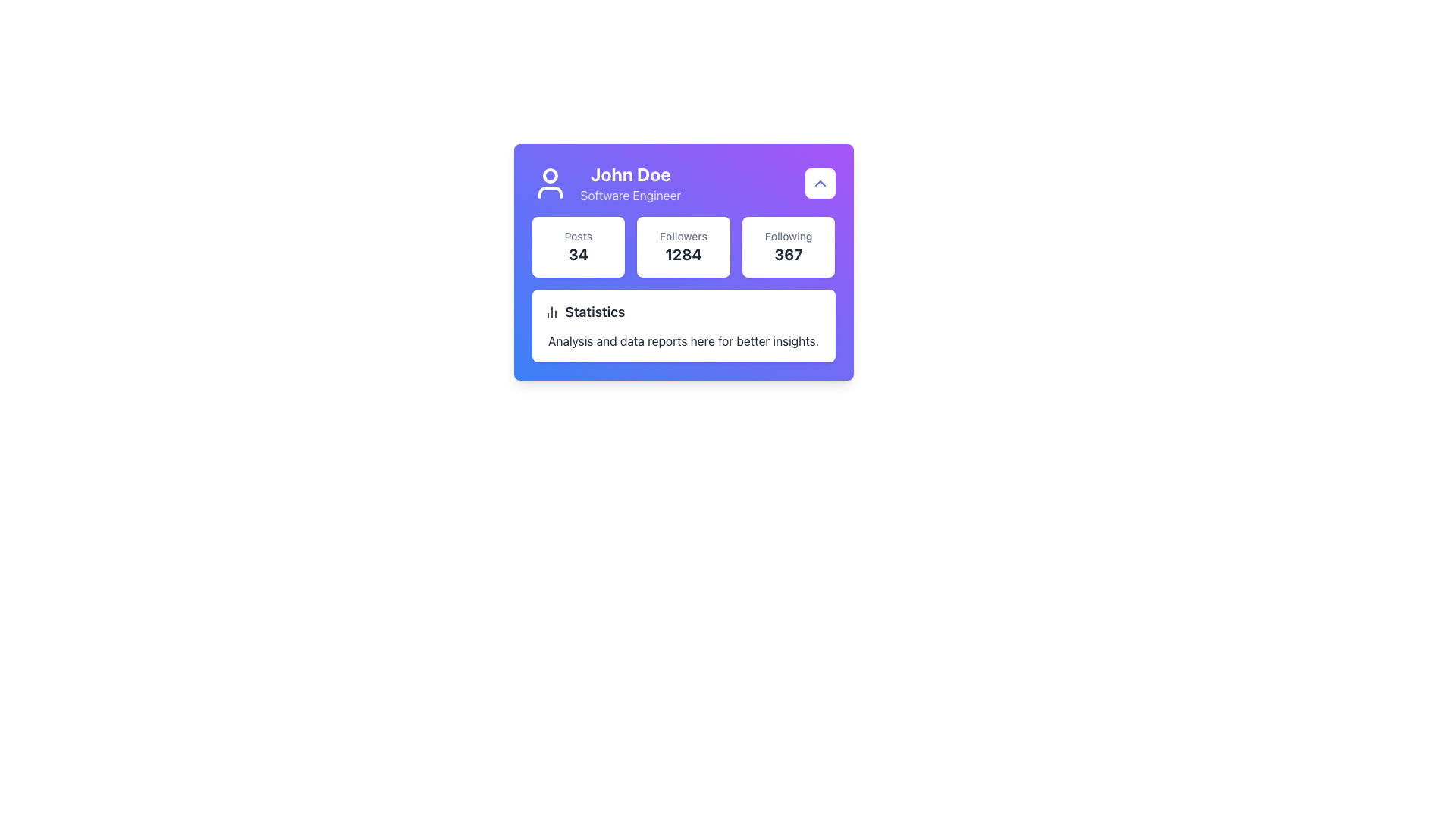  Describe the element at coordinates (789, 237) in the screenshot. I see `the 'Following' text label that is displayed in gray color above the number '367' within a card-like component in the top half of the application layout` at that location.